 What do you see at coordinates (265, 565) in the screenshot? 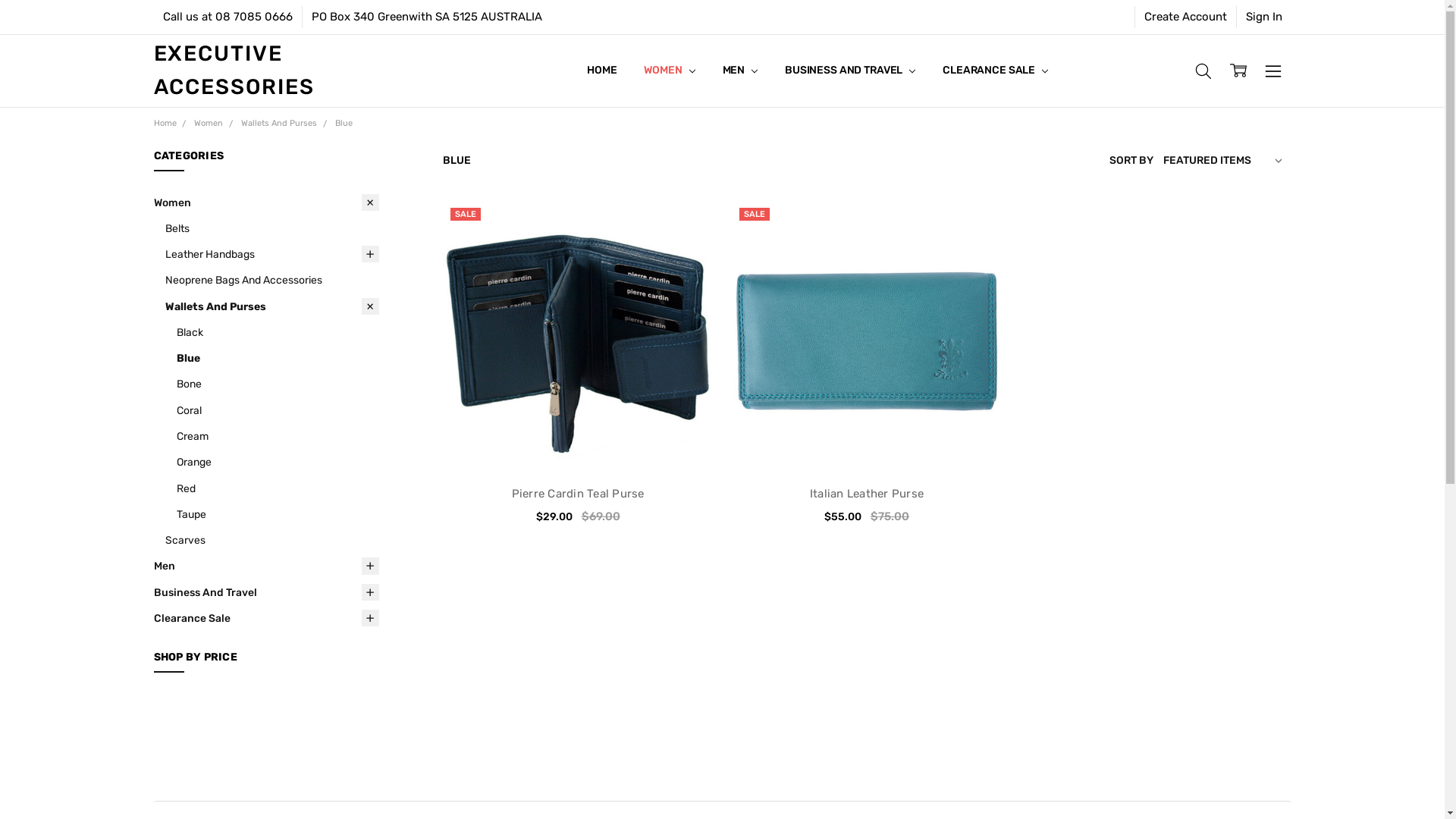
I see `'Men'` at bounding box center [265, 565].